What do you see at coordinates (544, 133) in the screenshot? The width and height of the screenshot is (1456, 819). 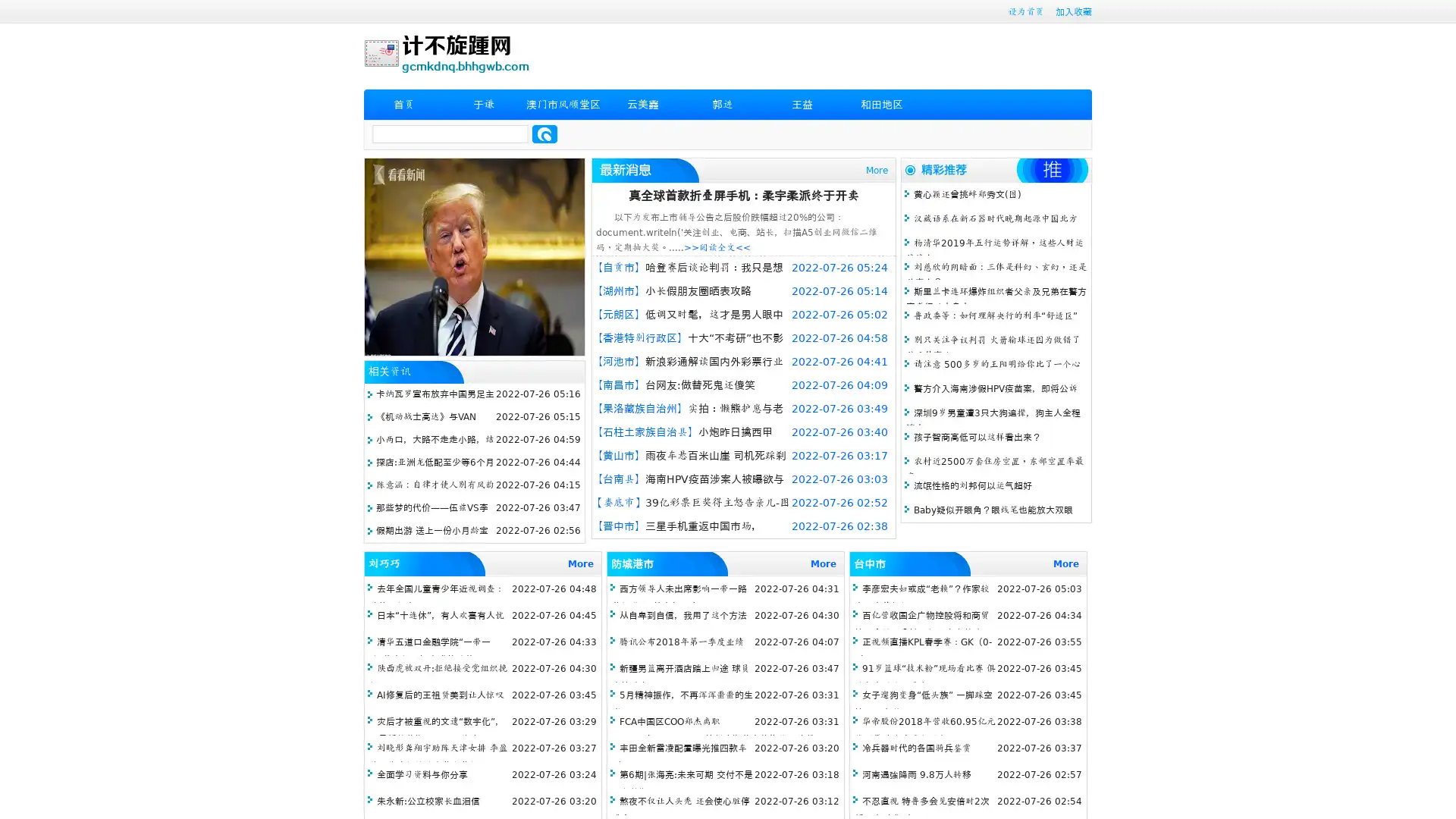 I see `Search` at bounding box center [544, 133].